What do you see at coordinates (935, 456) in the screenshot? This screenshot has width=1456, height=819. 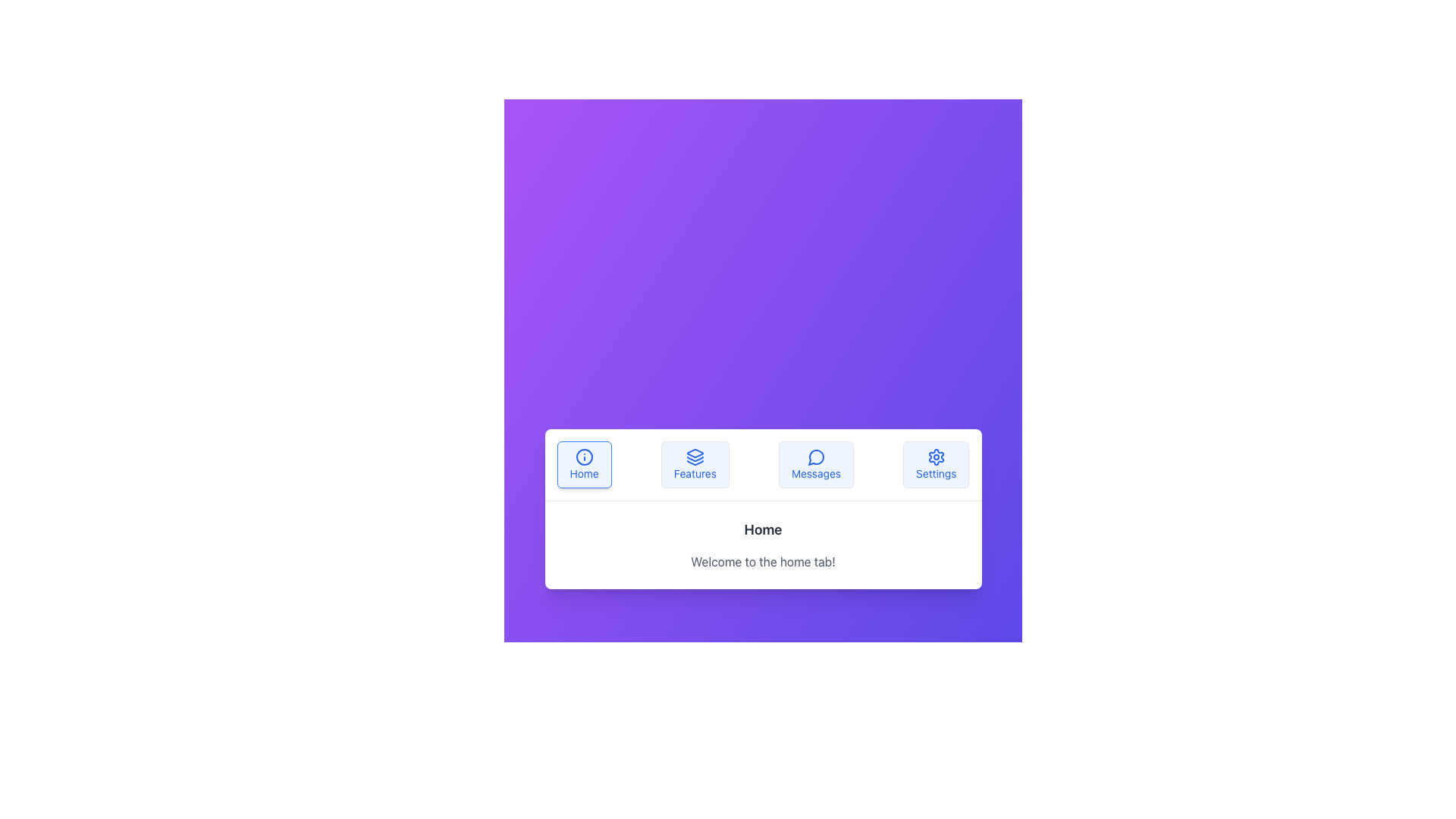 I see `the SVG graphical icon representing settings or configurations located in the 'Settings' tab` at bounding box center [935, 456].